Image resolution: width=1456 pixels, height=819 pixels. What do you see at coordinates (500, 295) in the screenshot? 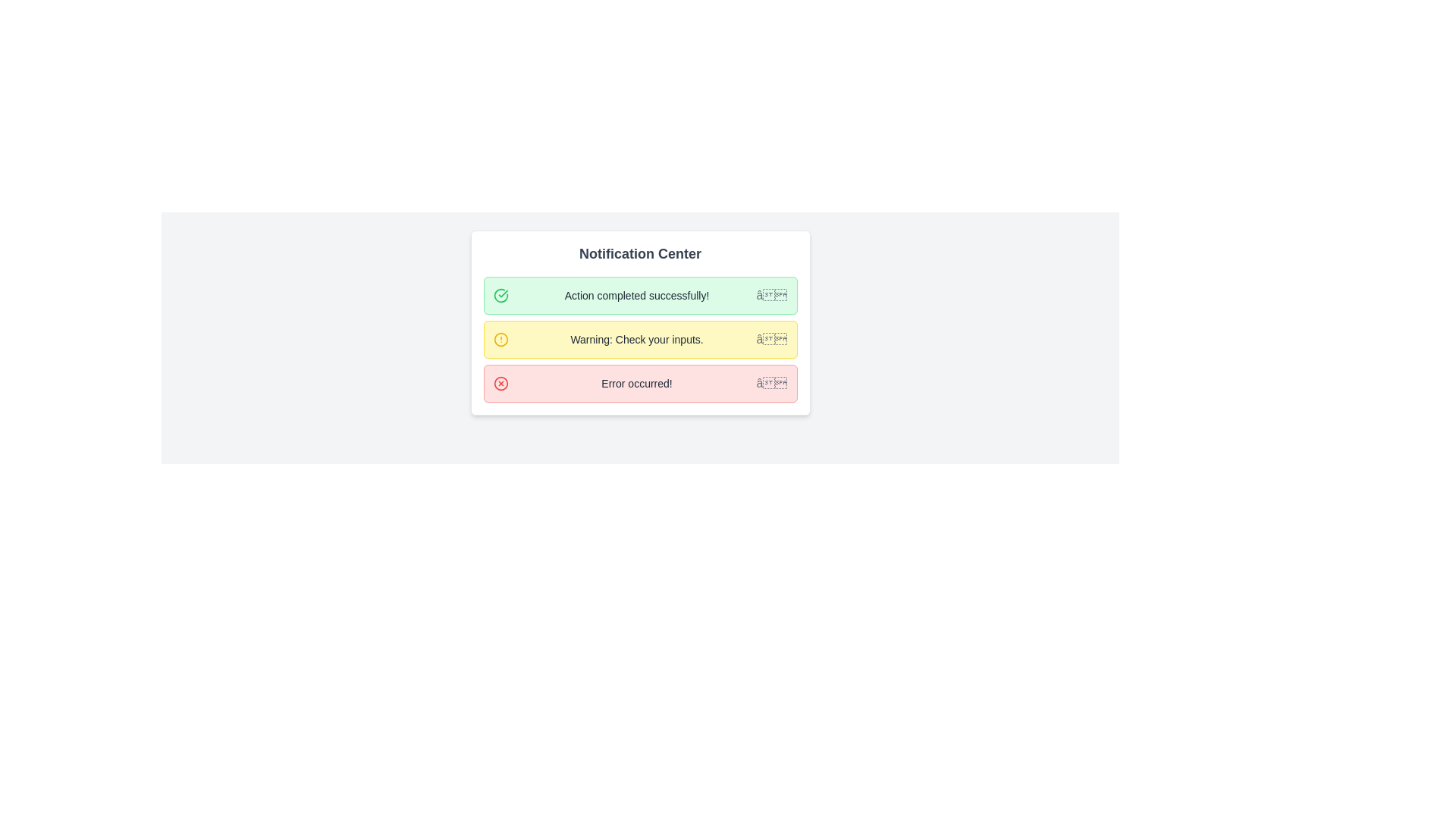
I see `the green success icon of the notification type indicator, which is part of the circular check icon in the Notification Center, indicating a successfully completed action` at bounding box center [500, 295].